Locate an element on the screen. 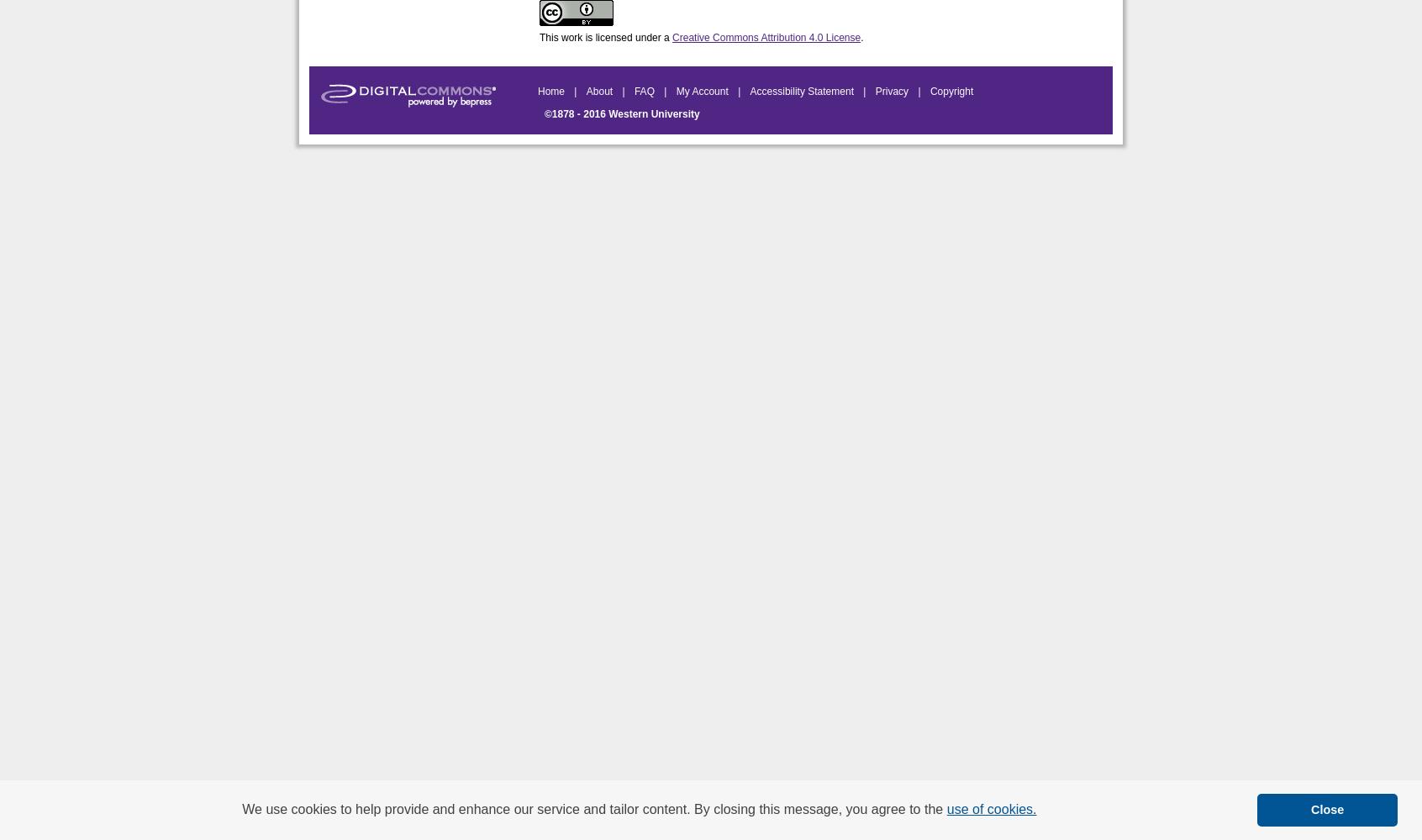 The width and height of the screenshot is (1422, 840). 'We use cookies to help provide and enhance our service and tailor content. By closing this message, you agree to the' is located at coordinates (592, 808).